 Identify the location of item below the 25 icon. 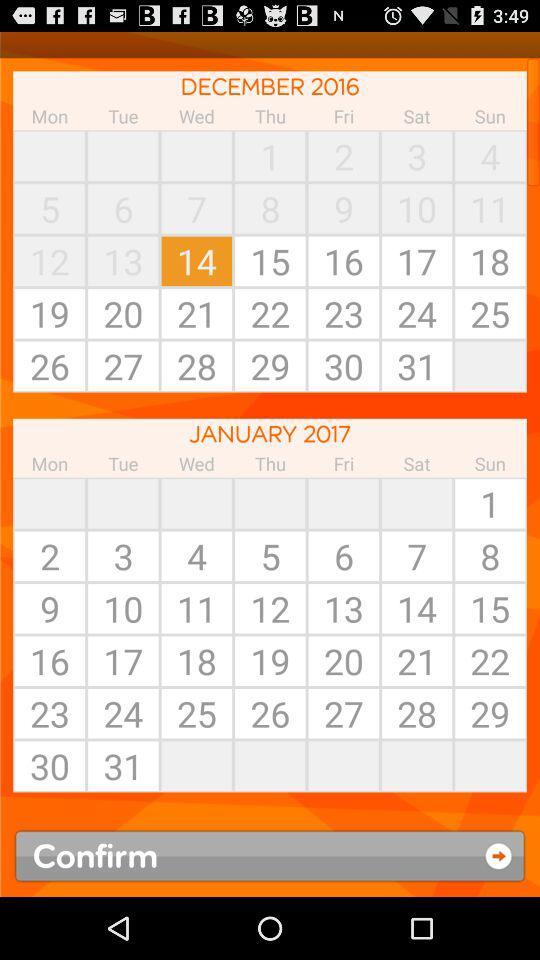
(270, 765).